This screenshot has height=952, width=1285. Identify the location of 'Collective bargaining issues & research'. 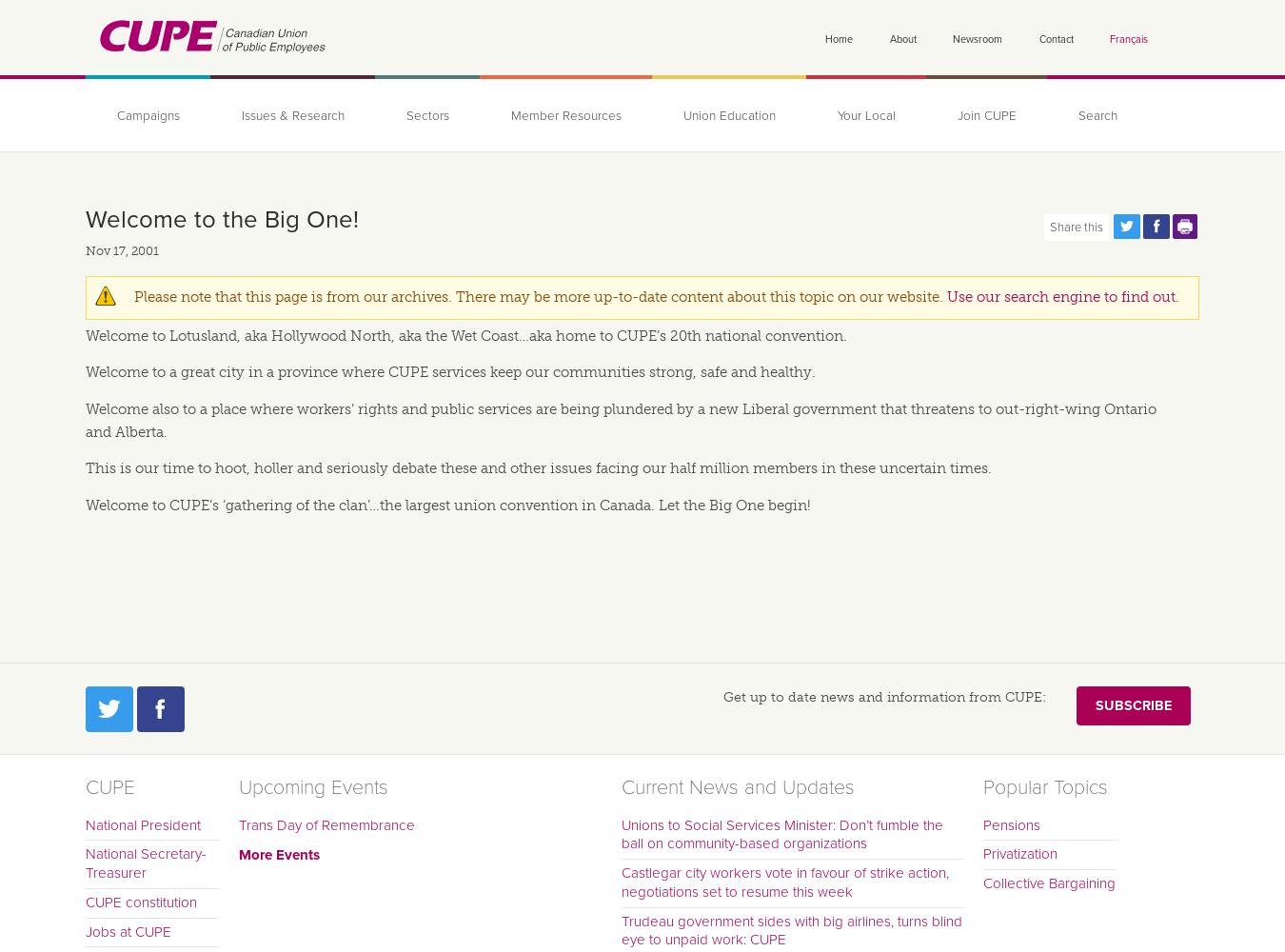
(525, 240).